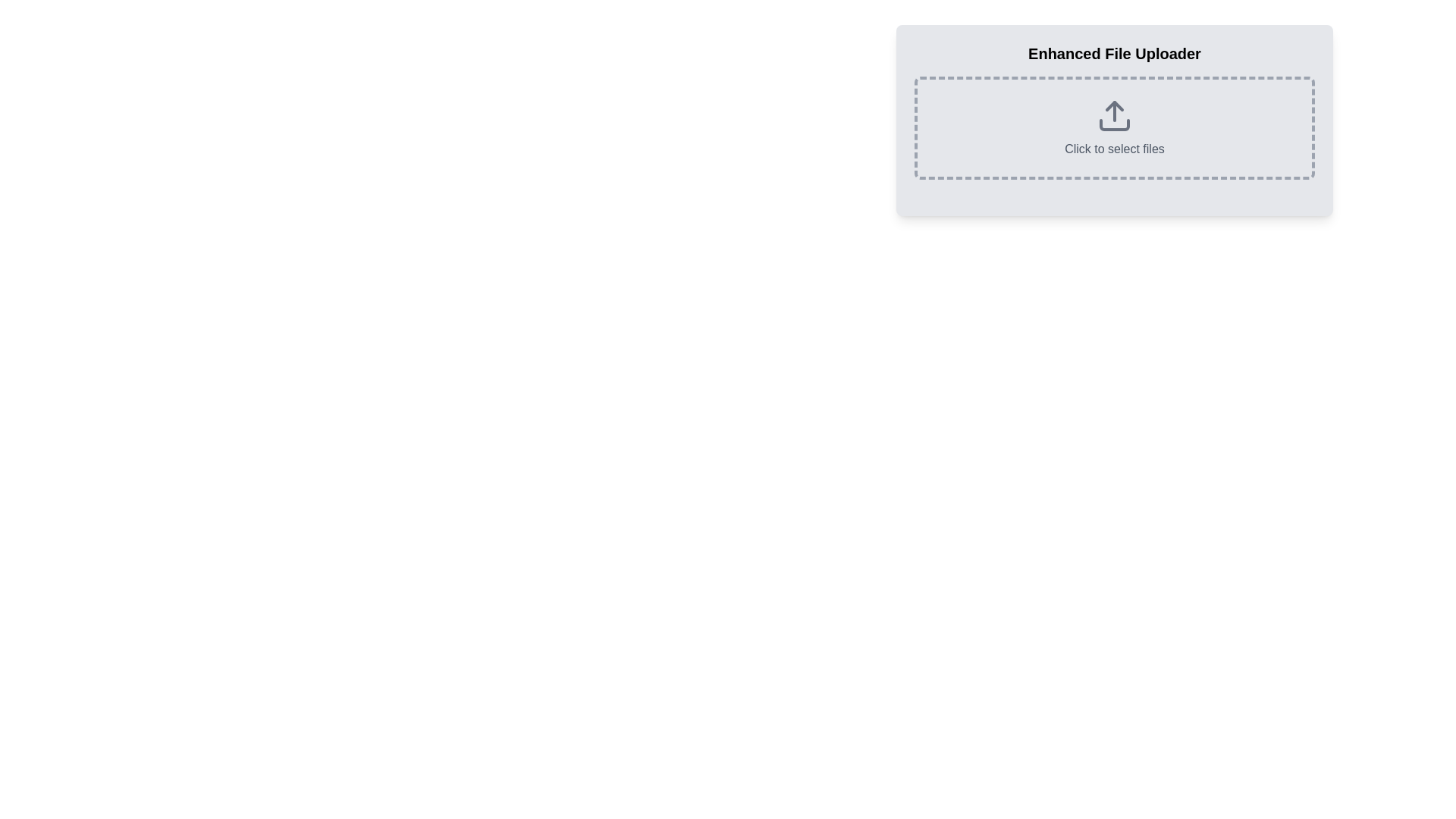 This screenshot has height=819, width=1456. What do you see at coordinates (1114, 127) in the screenshot?
I see `a file over the interactive area labeled 'Click` at bounding box center [1114, 127].